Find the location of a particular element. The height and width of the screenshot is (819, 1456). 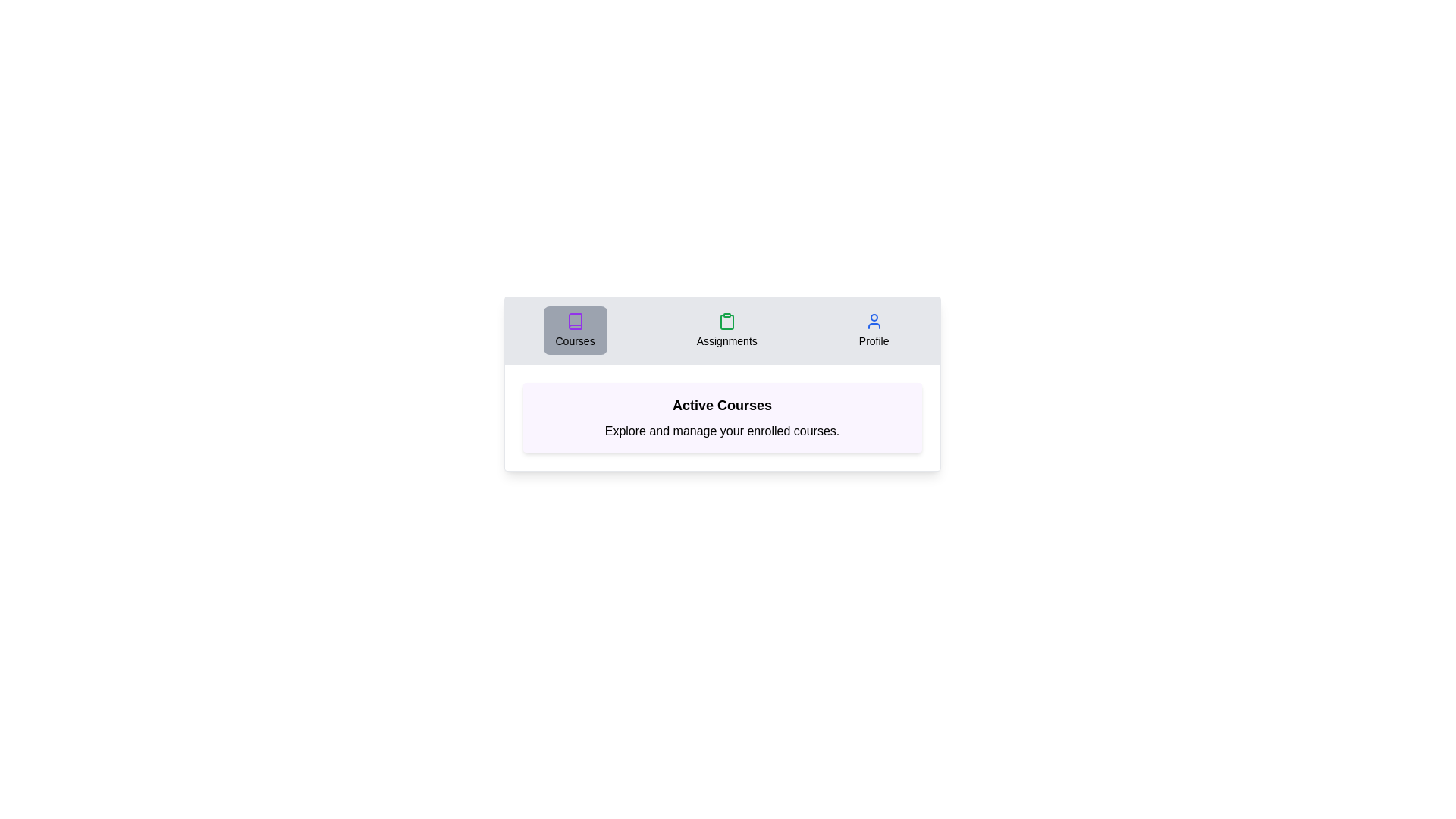

the Profile tab by clicking on its corresponding button is located at coordinates (874, 329).